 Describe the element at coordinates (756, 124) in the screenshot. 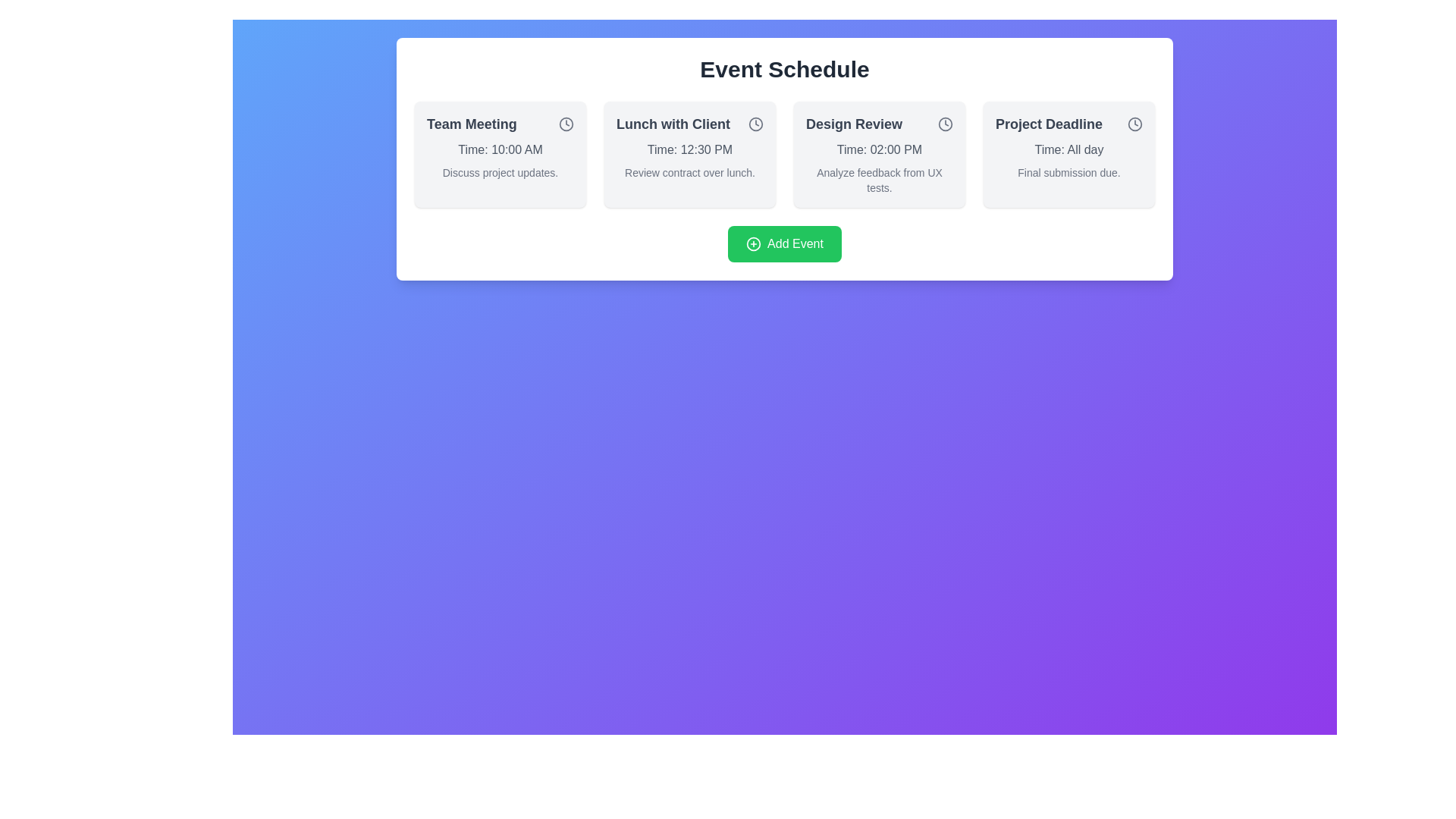

I see `the clock icon located within the 'Lunch with Client' card, positioned to the right of the title text 'Lunch with Client'` at that location.